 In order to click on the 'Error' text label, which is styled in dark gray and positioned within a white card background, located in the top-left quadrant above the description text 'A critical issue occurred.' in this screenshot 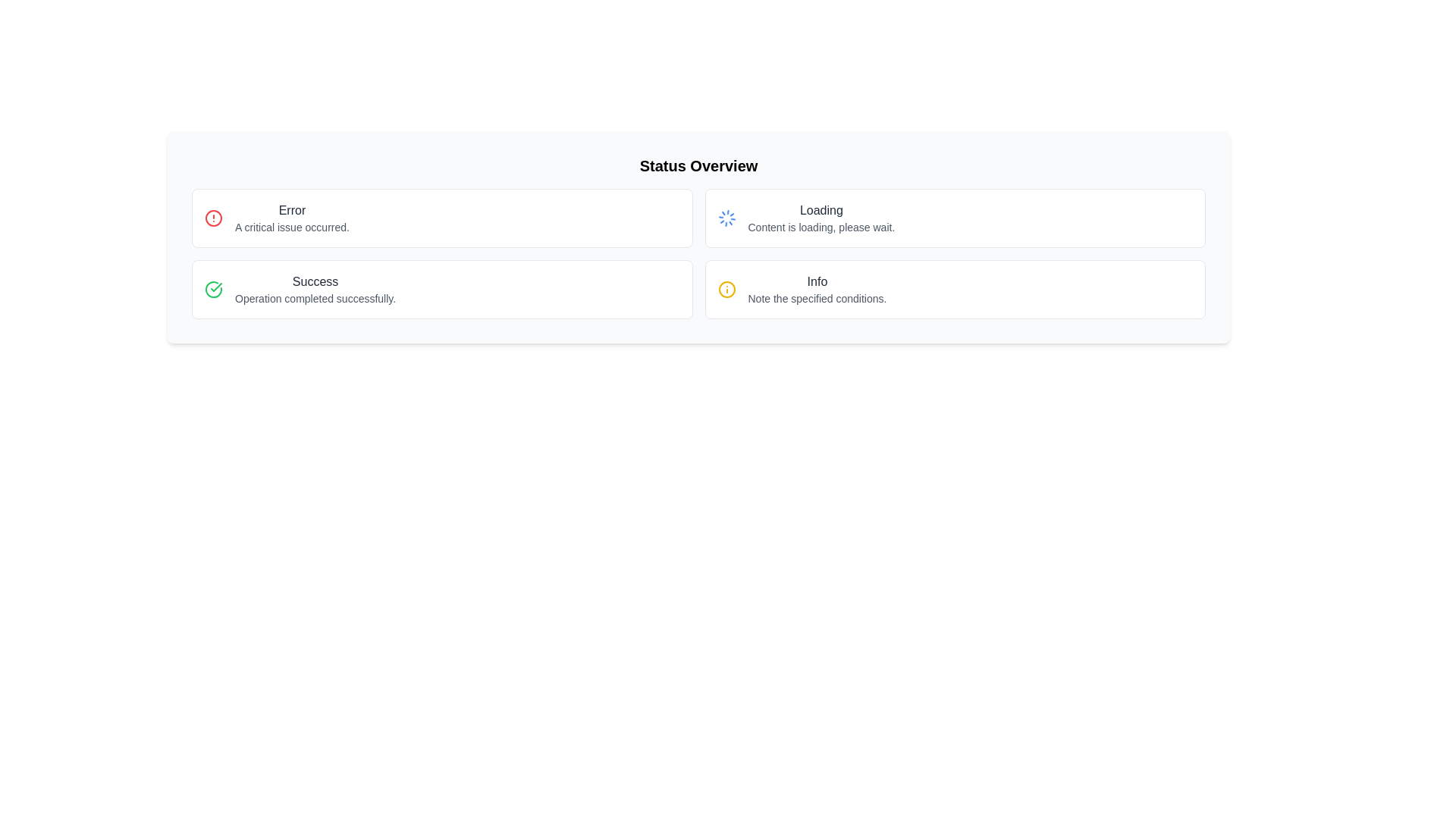, I will do `click(292, 210)`.